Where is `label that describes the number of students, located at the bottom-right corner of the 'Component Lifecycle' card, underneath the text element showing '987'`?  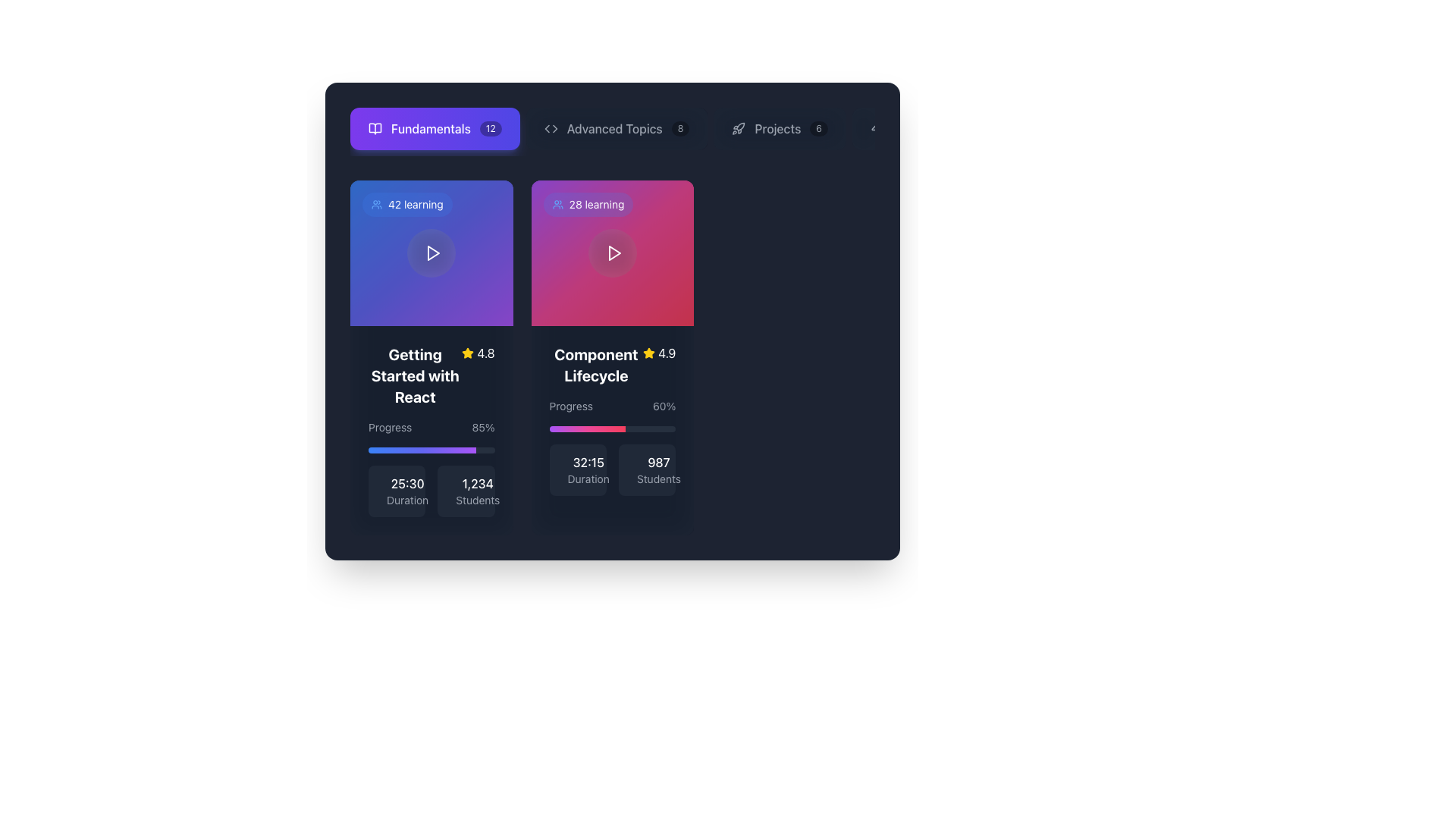 label that describes the number of students, located at the bottom-right corner of the 'Component Lifecycle' card, underneath the text element showing '987' is located at coordinates (658, 479).